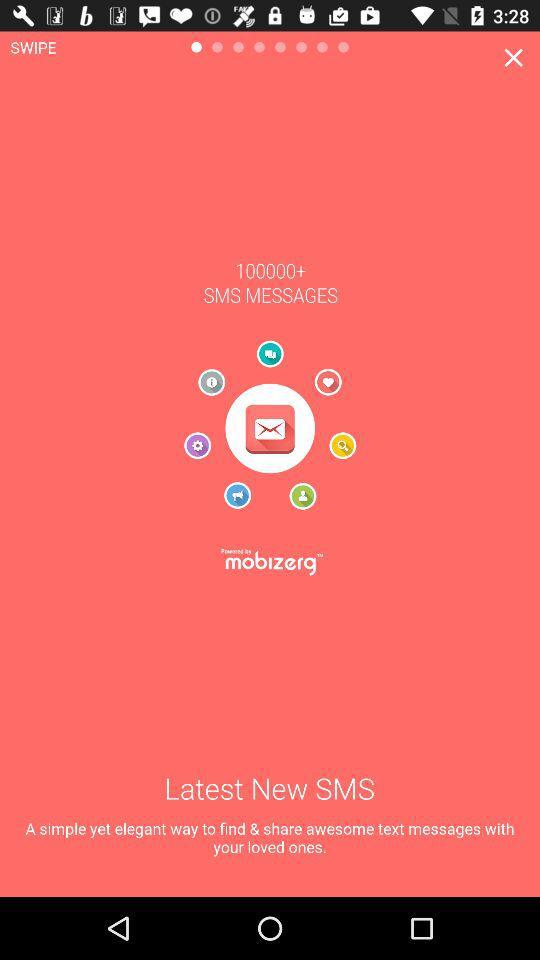  Describe the element at coordinates (513, 56) in the screenshot. I see `page` at that location.